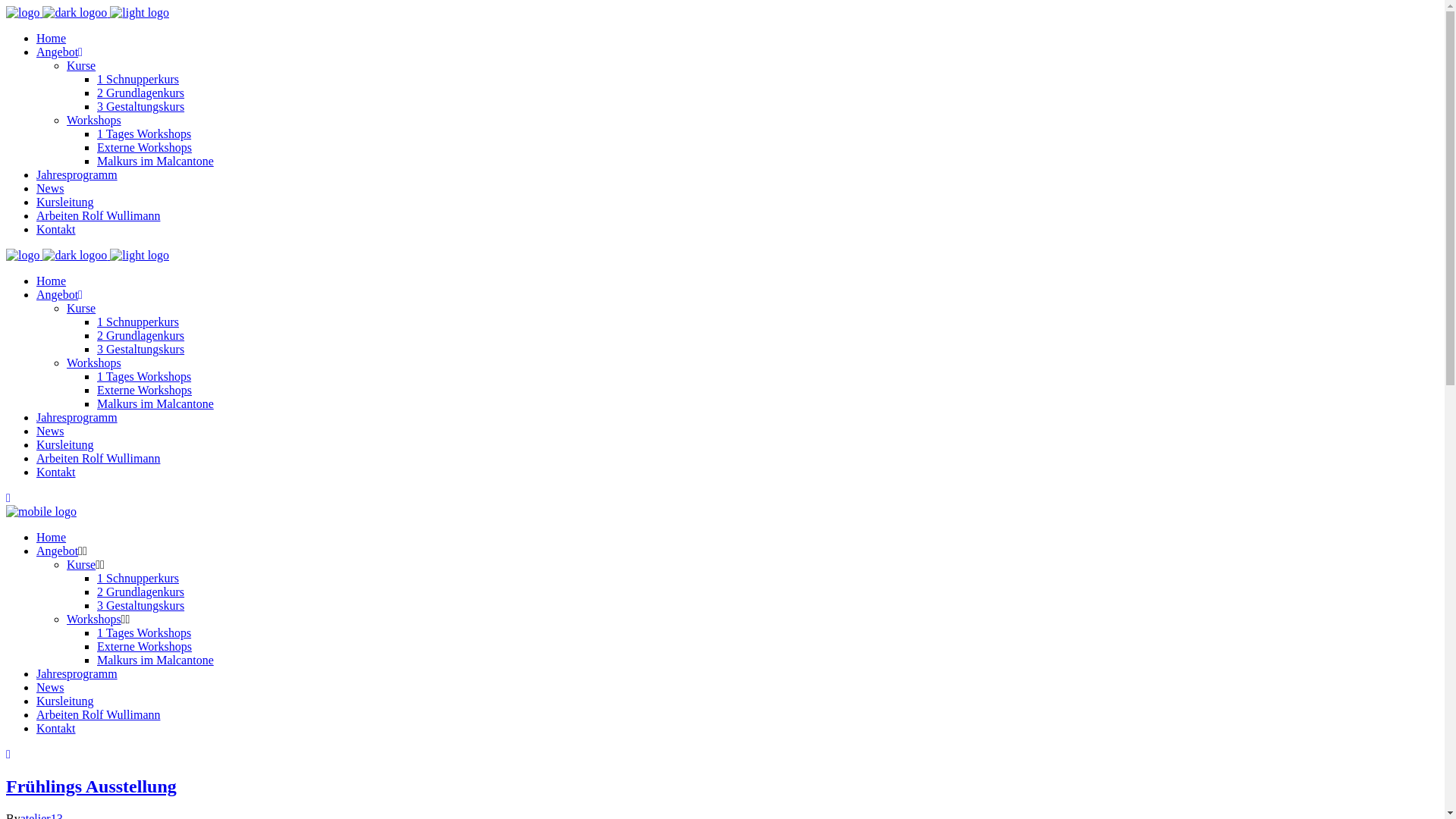 The image size is (1456, 819). What do you see at coordinates (55, 229) in the screenshot?
I see `'Kontakt'` at bounding box center [55, 229].